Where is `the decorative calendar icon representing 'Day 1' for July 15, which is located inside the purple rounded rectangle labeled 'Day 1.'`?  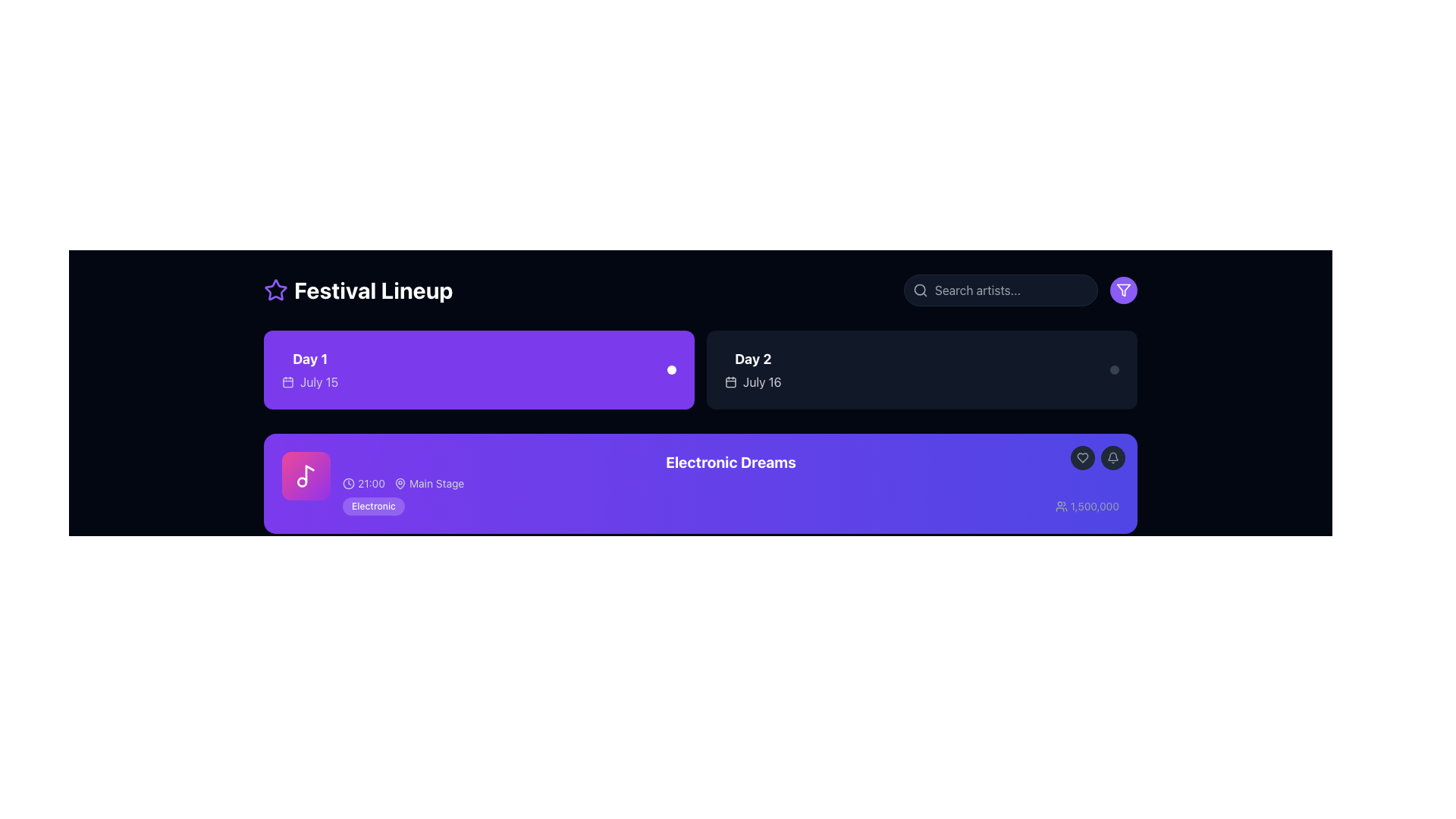 the decorative calendar icon representing 'Day 1' for July 15, which is located inside the purple rounded rectangle labeled 'Day 1.' is located at coordinates (287, 381).